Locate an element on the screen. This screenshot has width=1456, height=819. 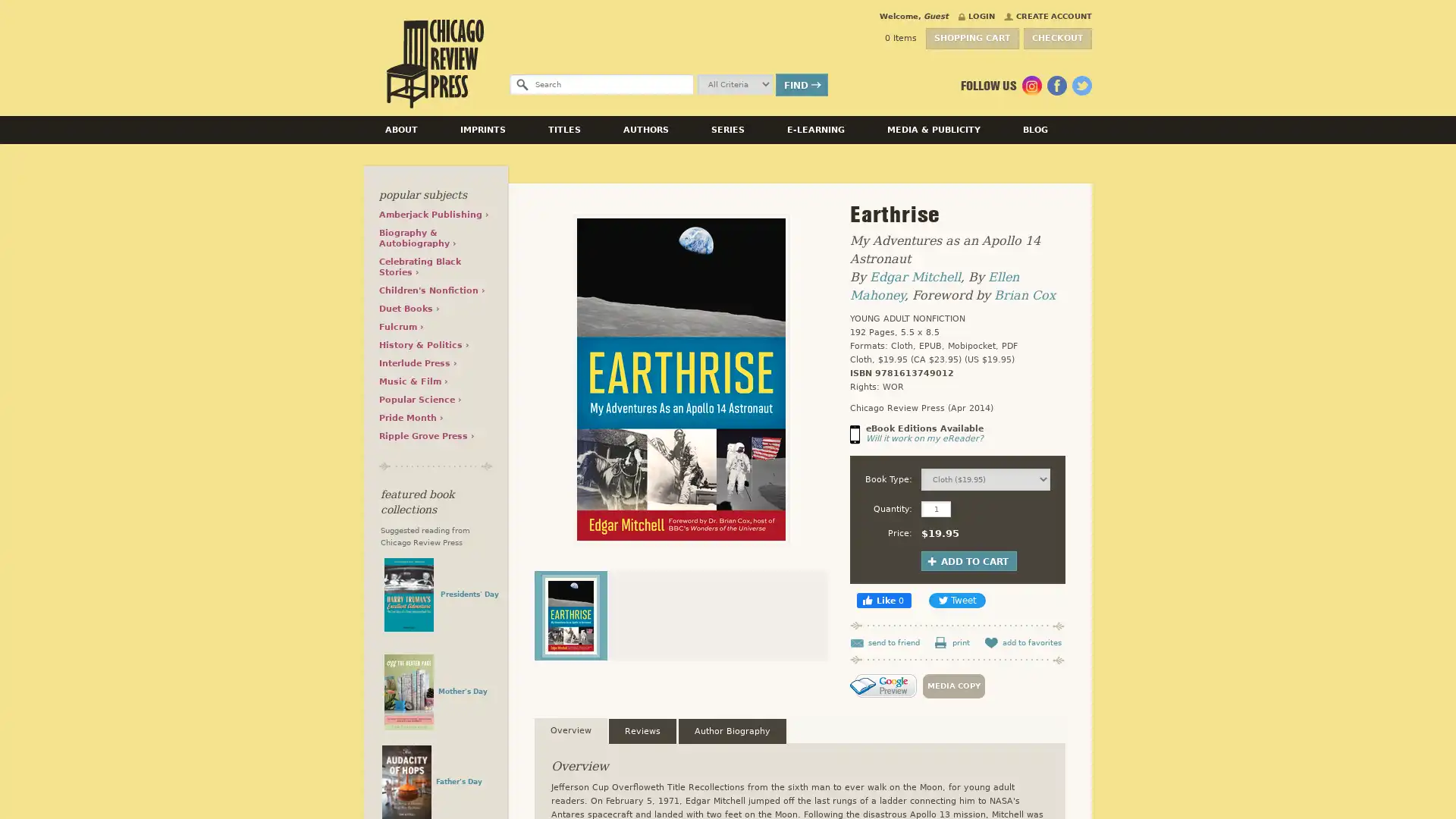
FIND is located at coordinates (801, 84).